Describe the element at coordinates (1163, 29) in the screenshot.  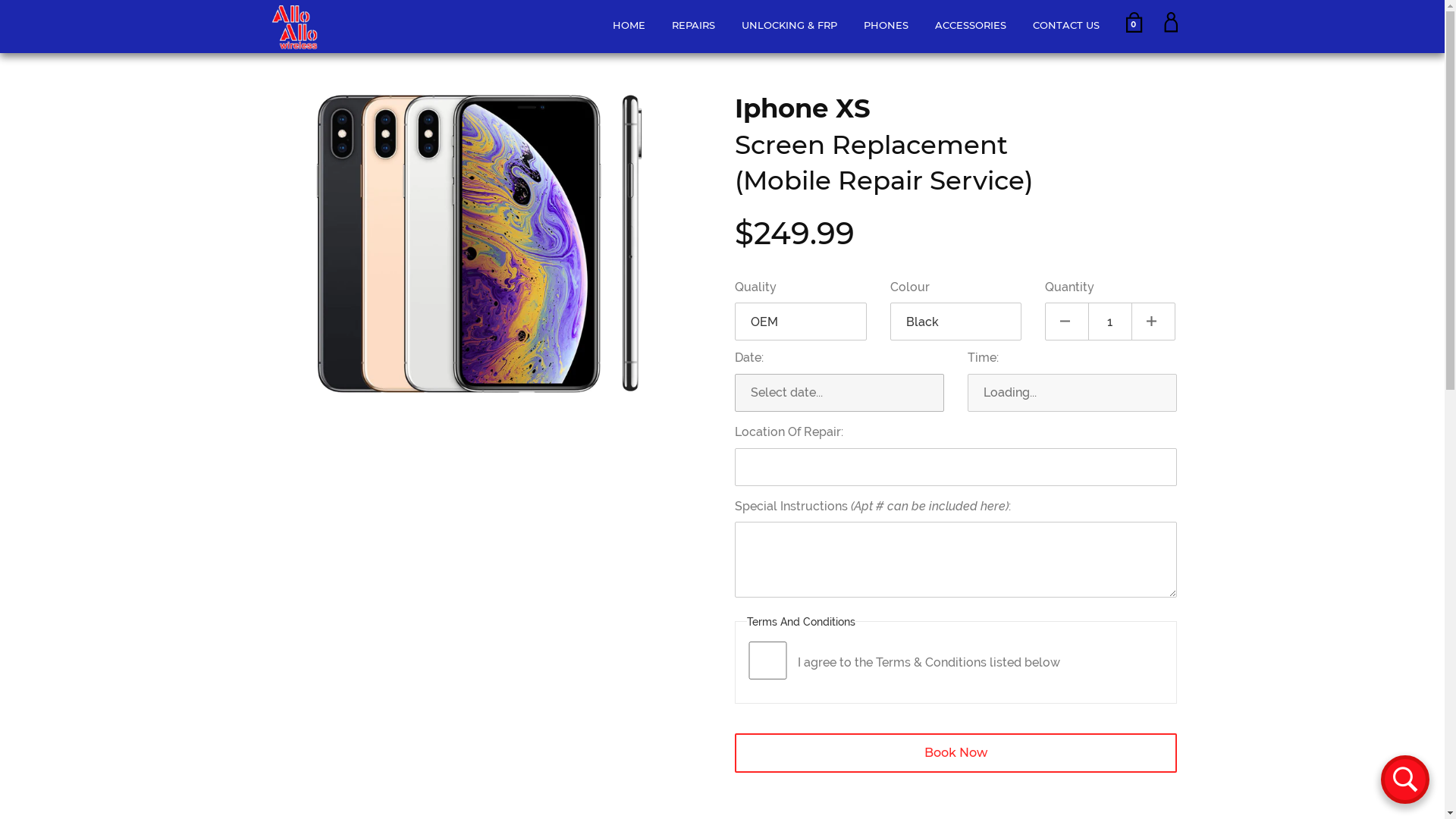
I see `'My Account'` at that location.